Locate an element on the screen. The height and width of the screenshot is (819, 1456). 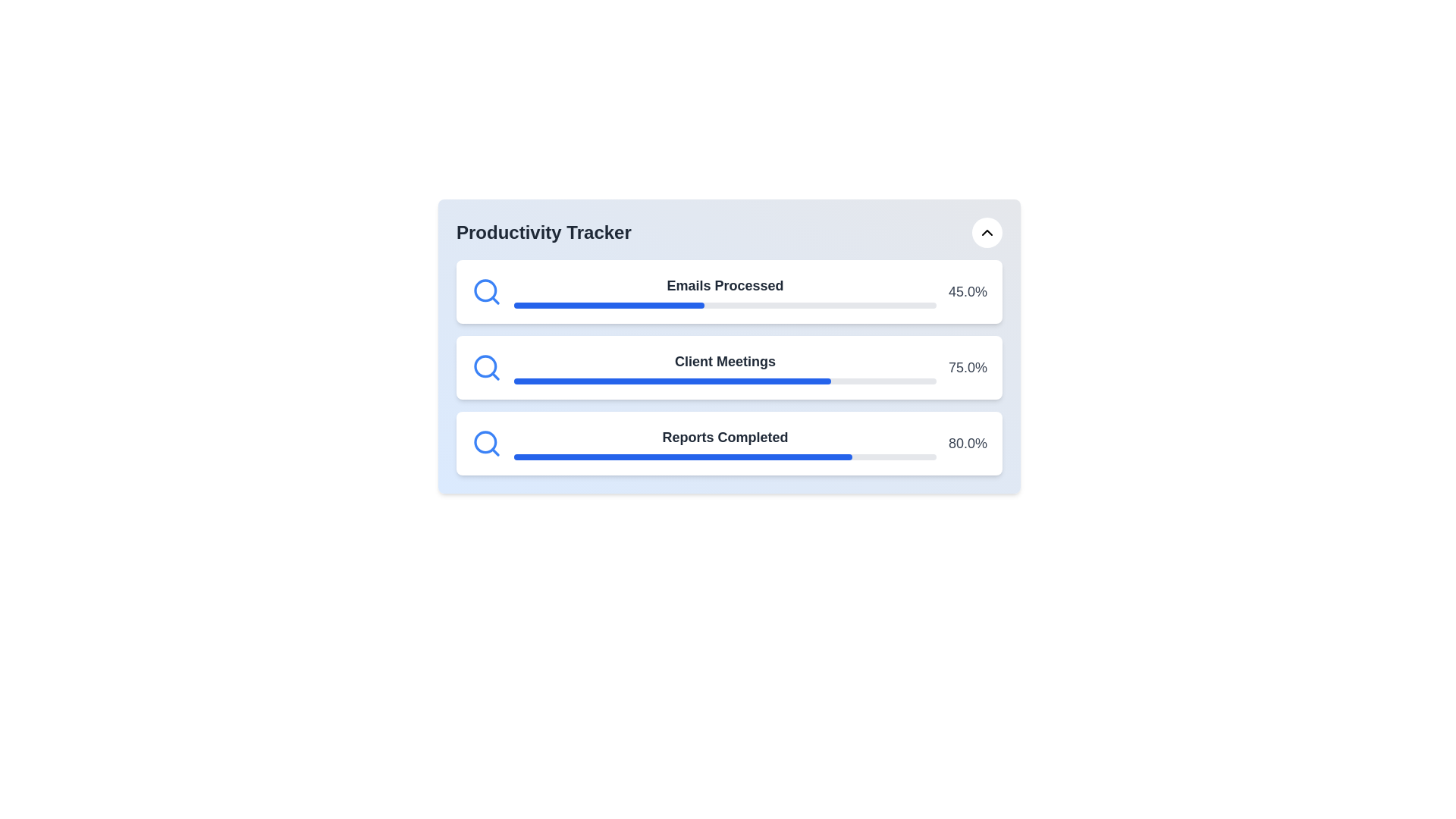
the 'Client Meetings' text label is located at coordinates (724, 368).